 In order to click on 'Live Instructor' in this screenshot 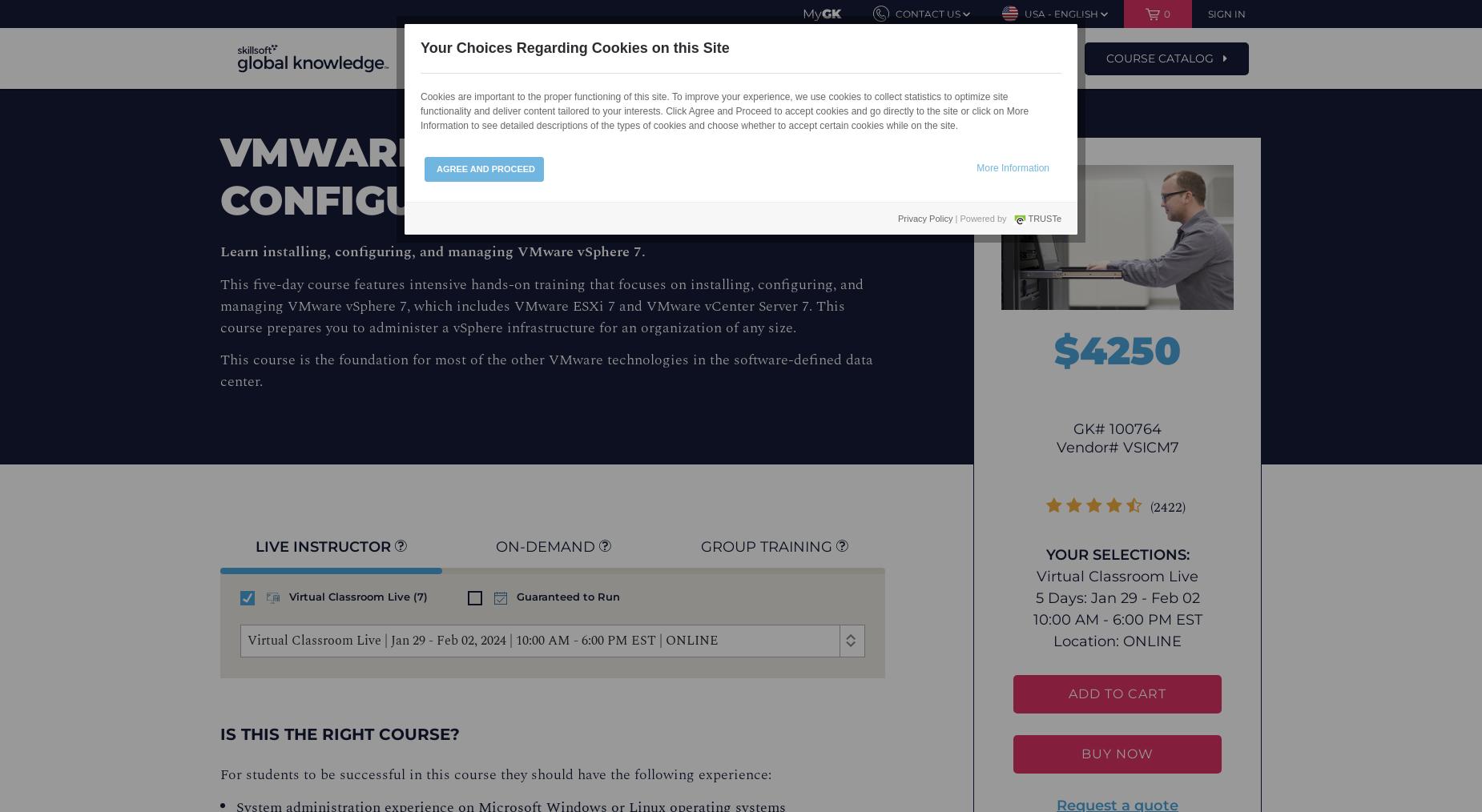, I will do `click(324, 546)`.